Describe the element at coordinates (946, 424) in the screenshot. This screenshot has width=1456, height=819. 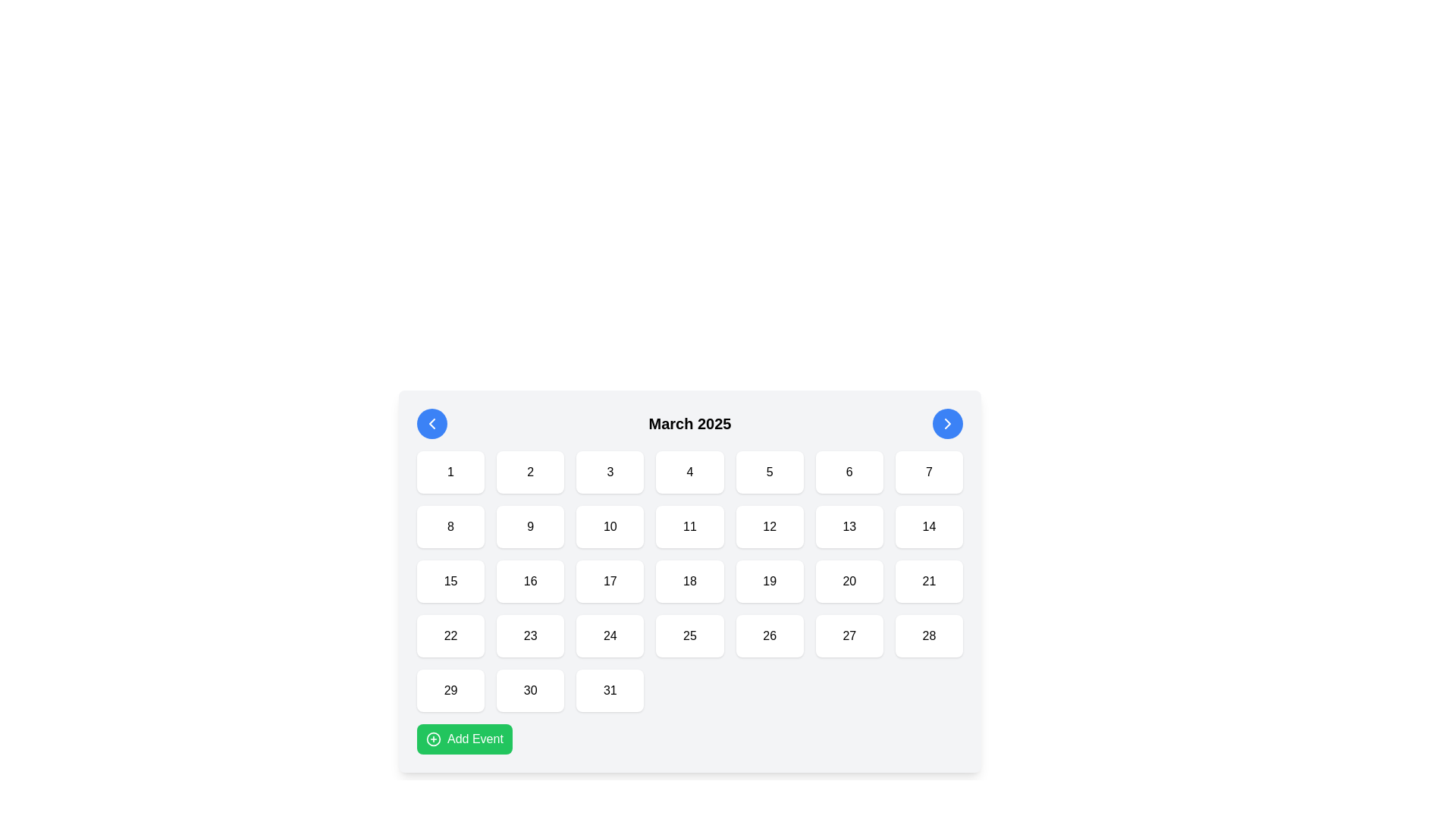
I see `the right-facing chevron arrow icon located inside a circular blue button in the top-right corner of the calendar interface header` at that location.